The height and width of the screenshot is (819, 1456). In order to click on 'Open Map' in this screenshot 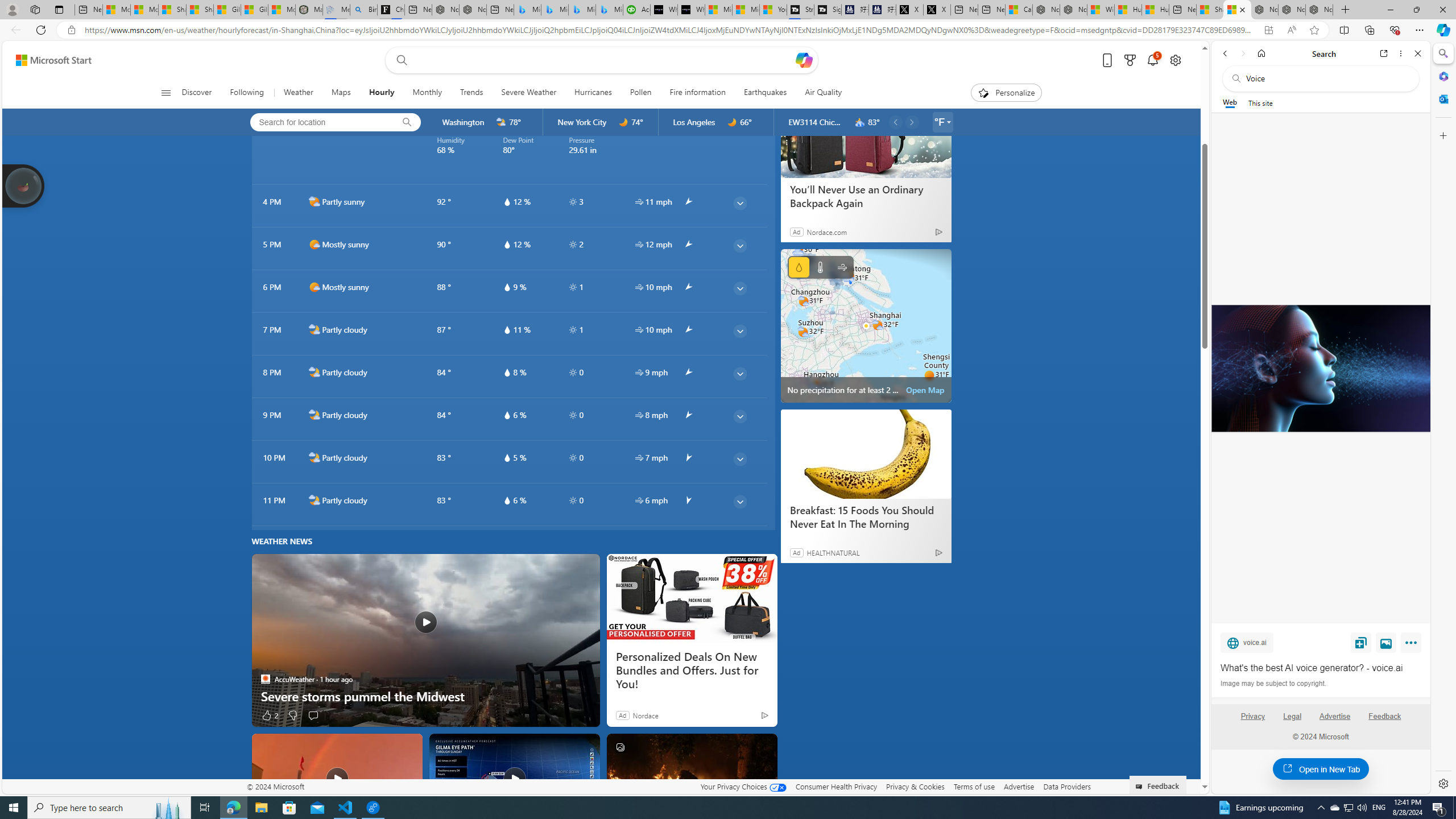, I will do `click(925, 390)`.